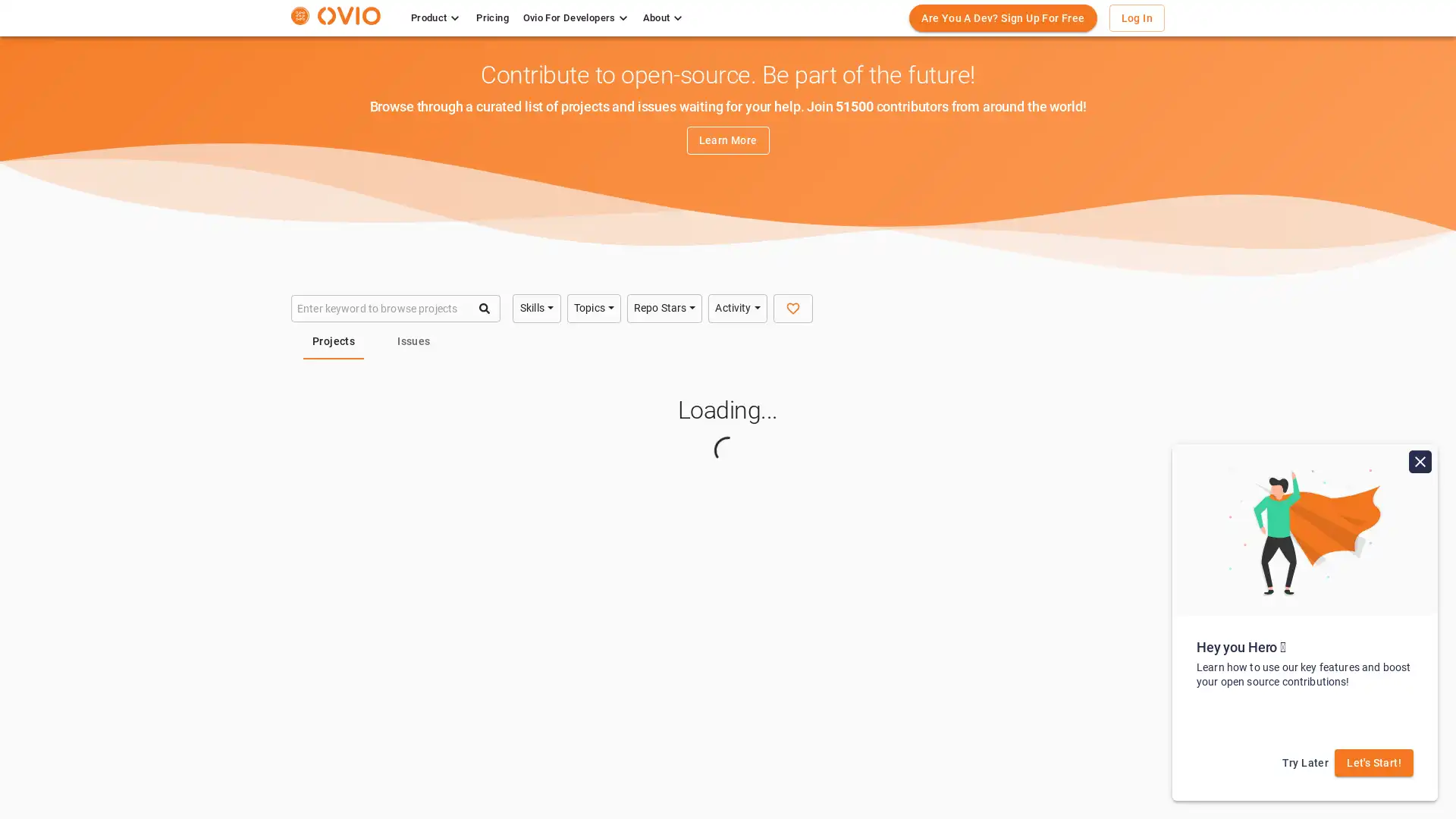 The width and height of the screenshot is (1456, 819). What do you see at coordinates (772, 648) in the screenshot?
I see `Java` at bounding box center [772, 648].